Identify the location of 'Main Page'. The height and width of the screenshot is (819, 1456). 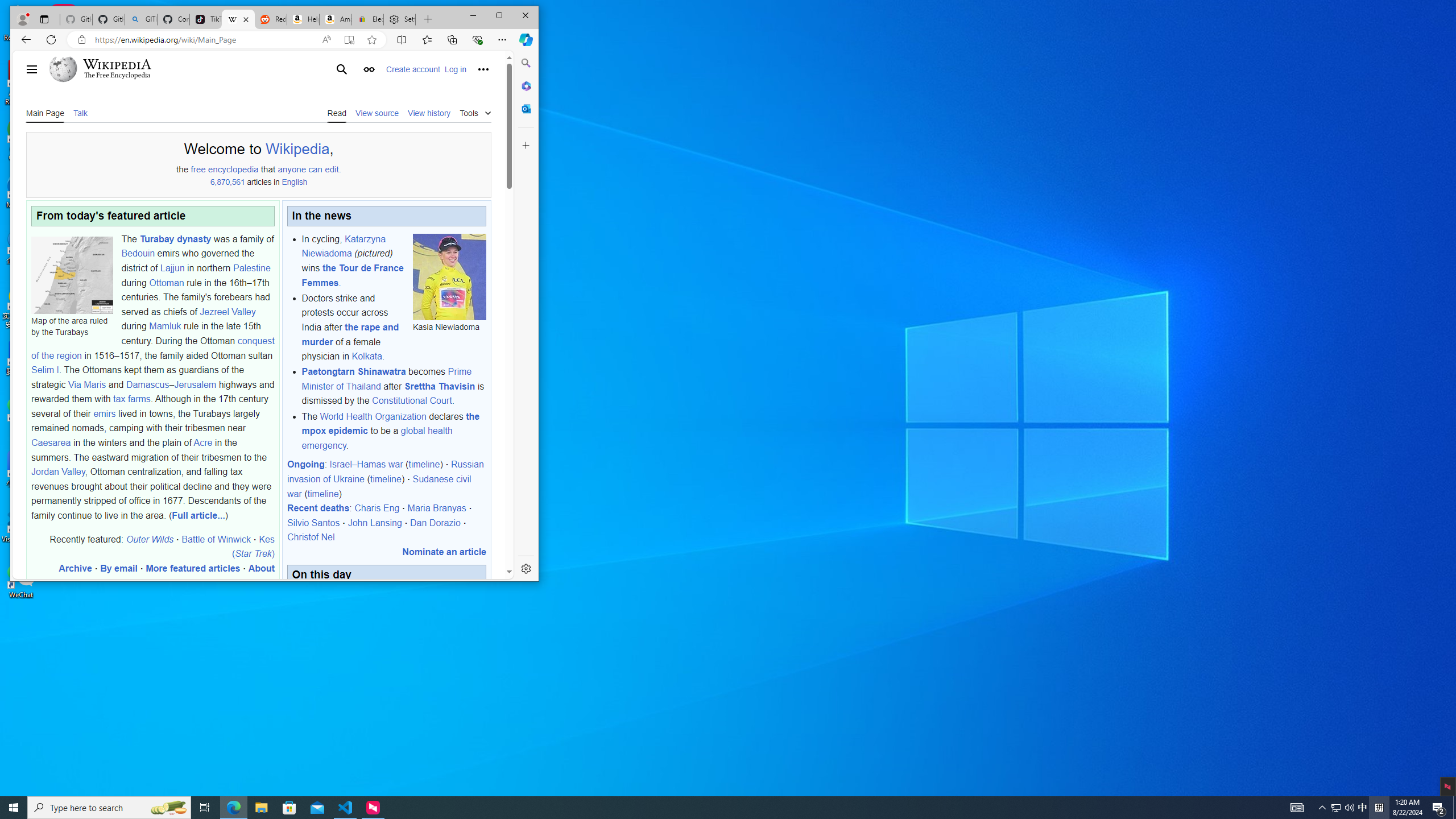
(44, 113).